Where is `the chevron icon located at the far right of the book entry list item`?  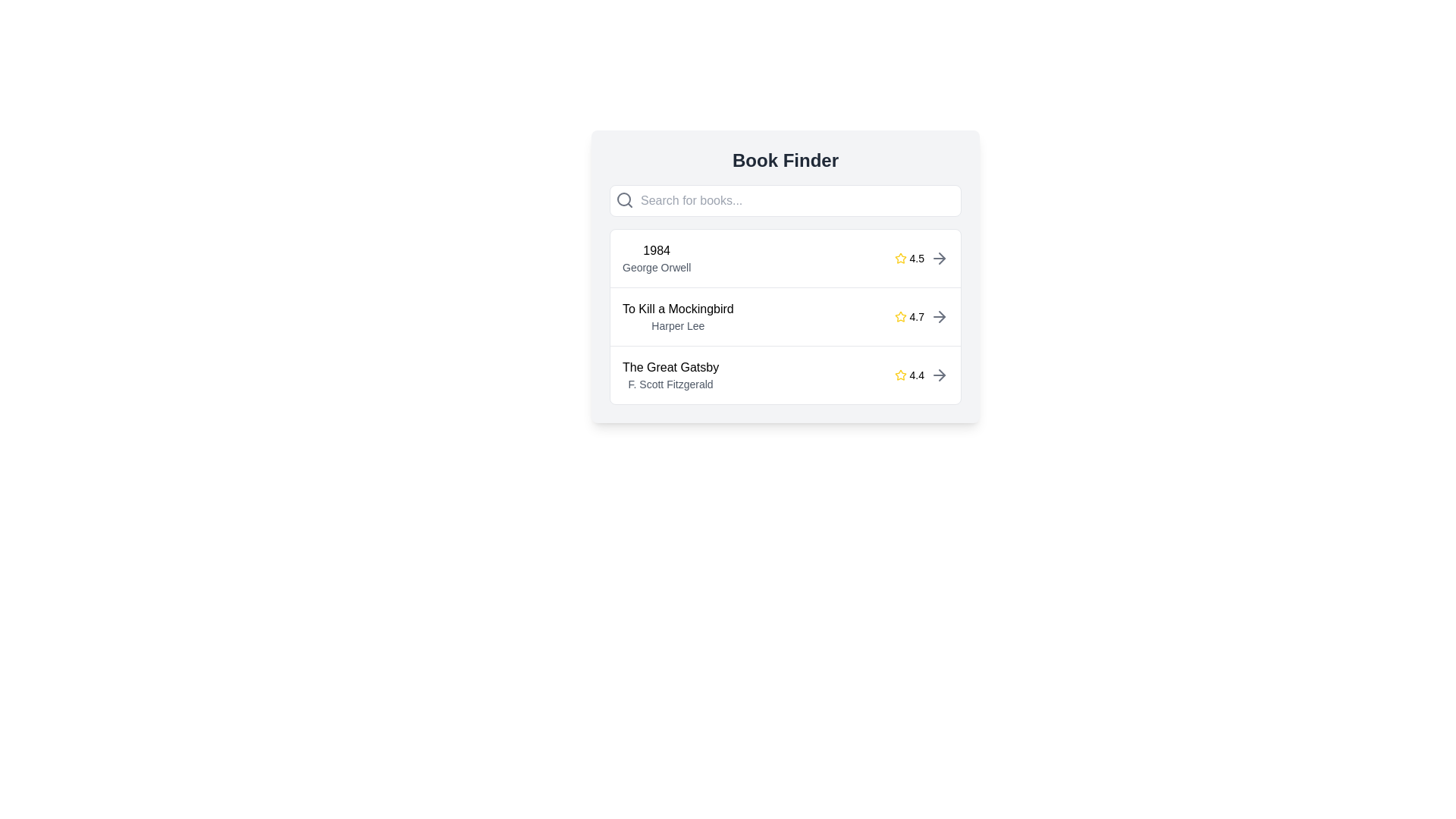
the chevron icon located at the far right of the book entry list item is located at coordinates (941, 375).